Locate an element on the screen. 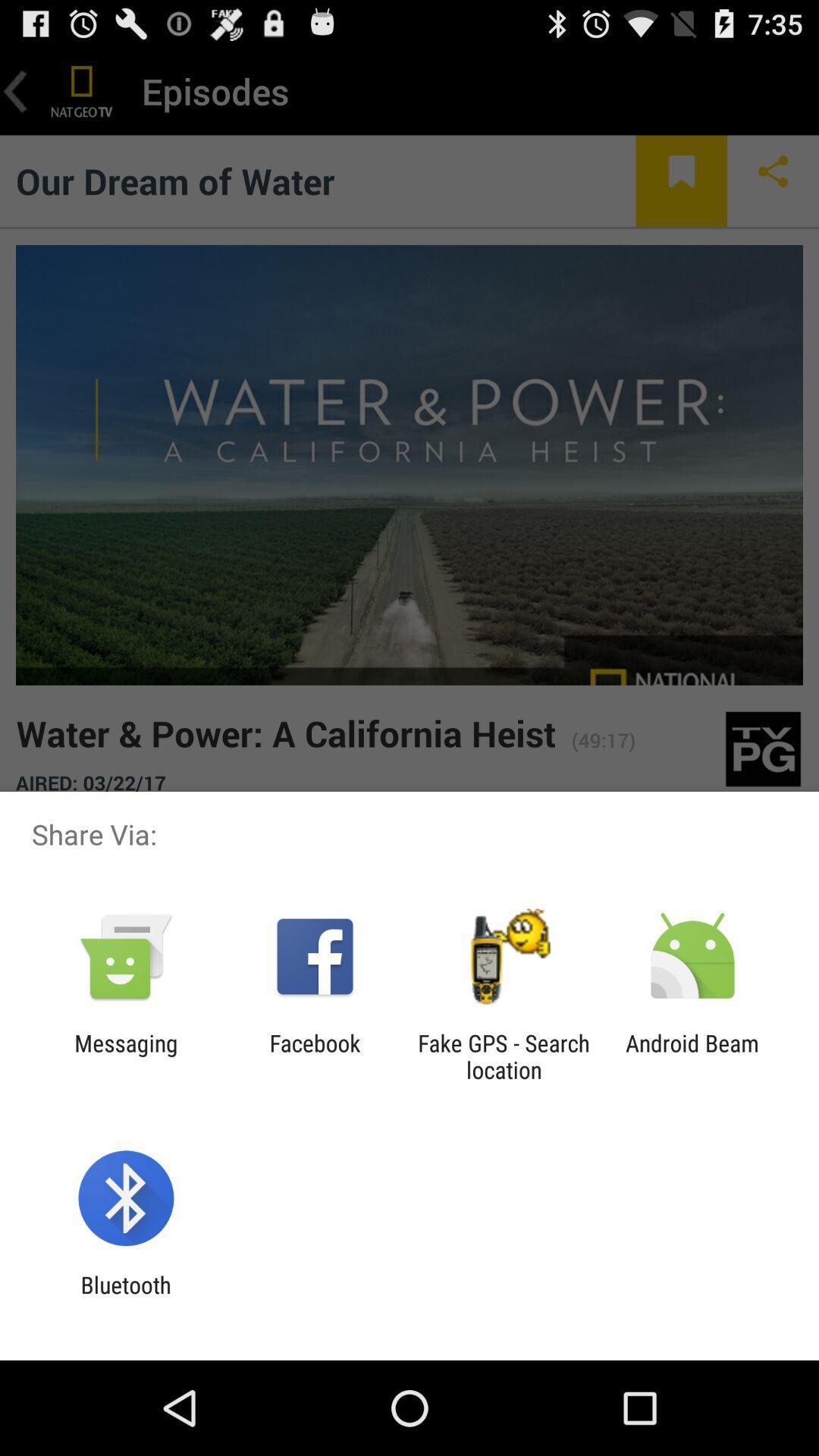 Image resolution: width=819 pixels, height=1456 pixels. icon next to fake gps search icon is located at coordinates (692, 1056).